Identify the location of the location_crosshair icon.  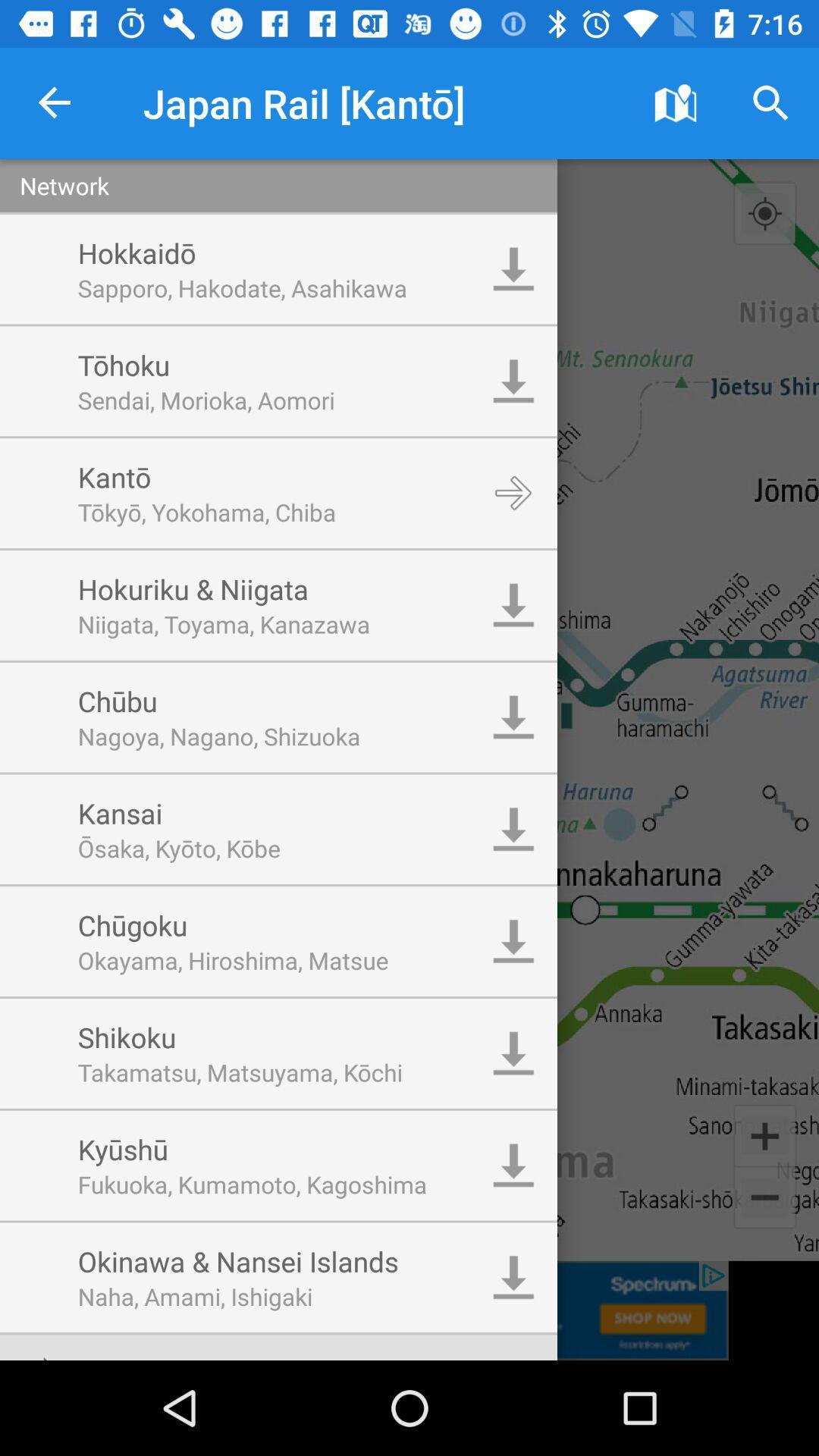
(764, 212).